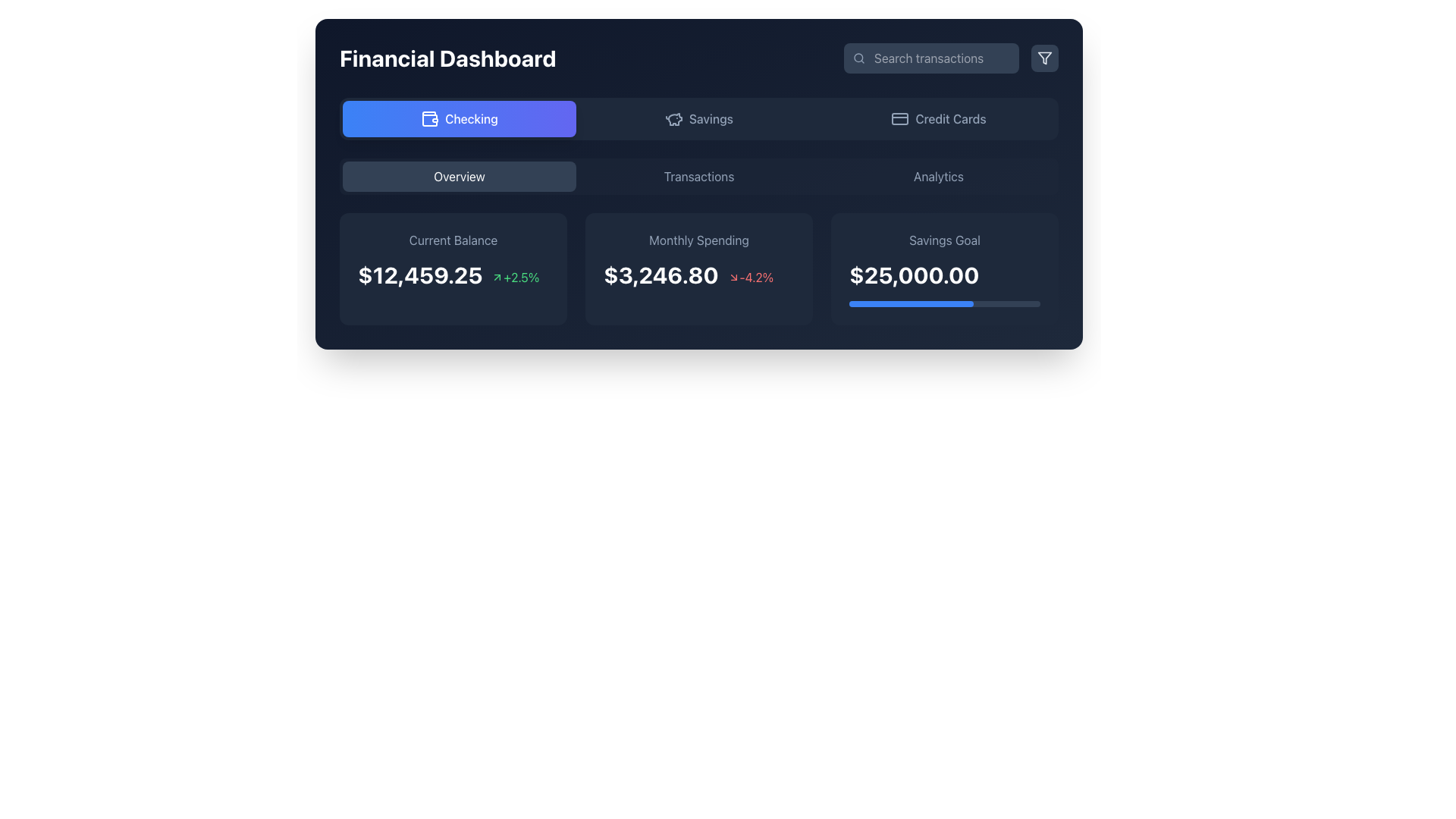 The image size is (1456, 819). Describe the element at coordinates (673, 118) in the screenshot. I see `the gray piggy bank icon located to the left of the 'Savings' text in the top navigation bar` at that location.